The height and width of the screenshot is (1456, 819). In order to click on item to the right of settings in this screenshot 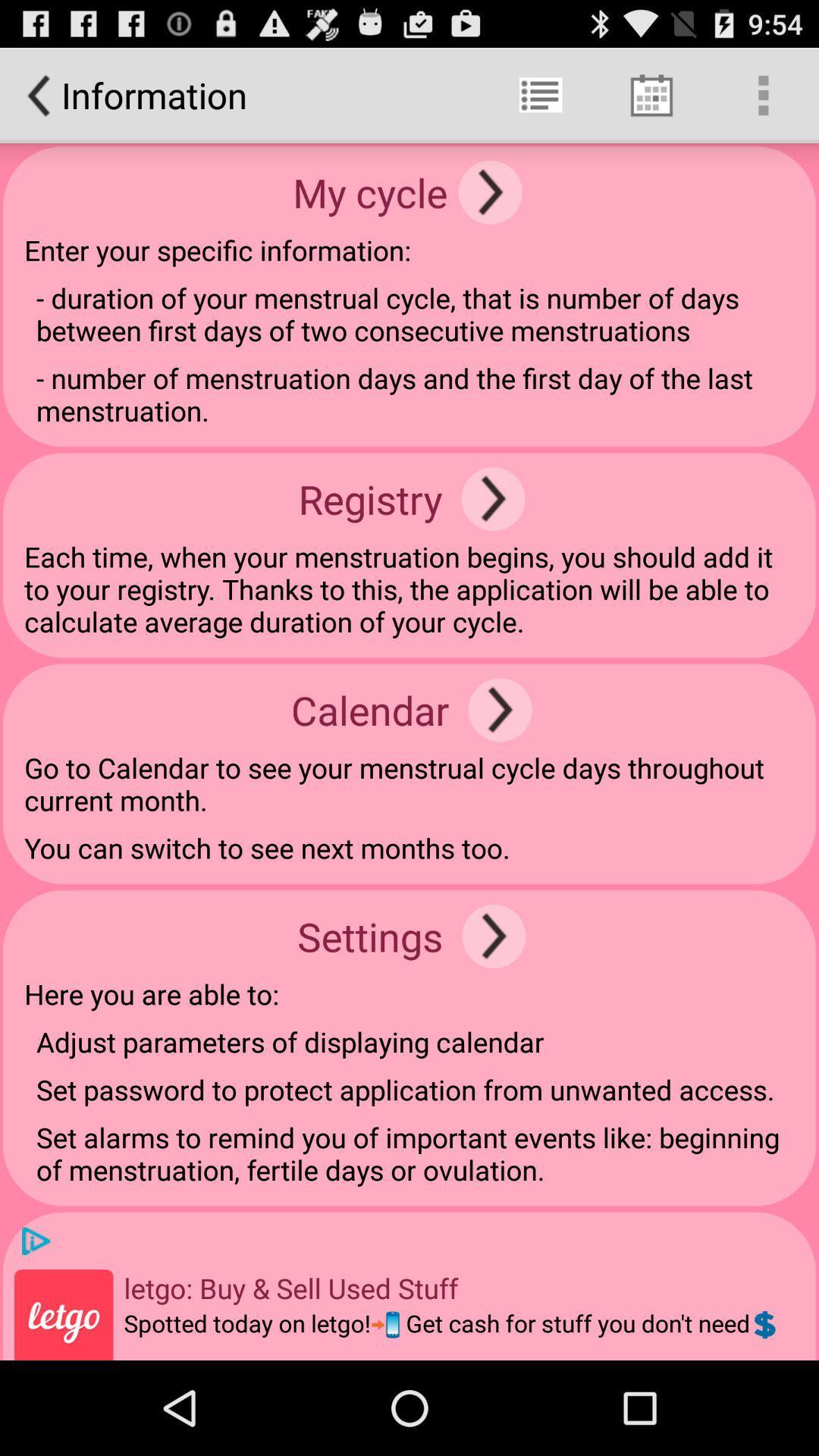, I will do `click(494, 935)`.